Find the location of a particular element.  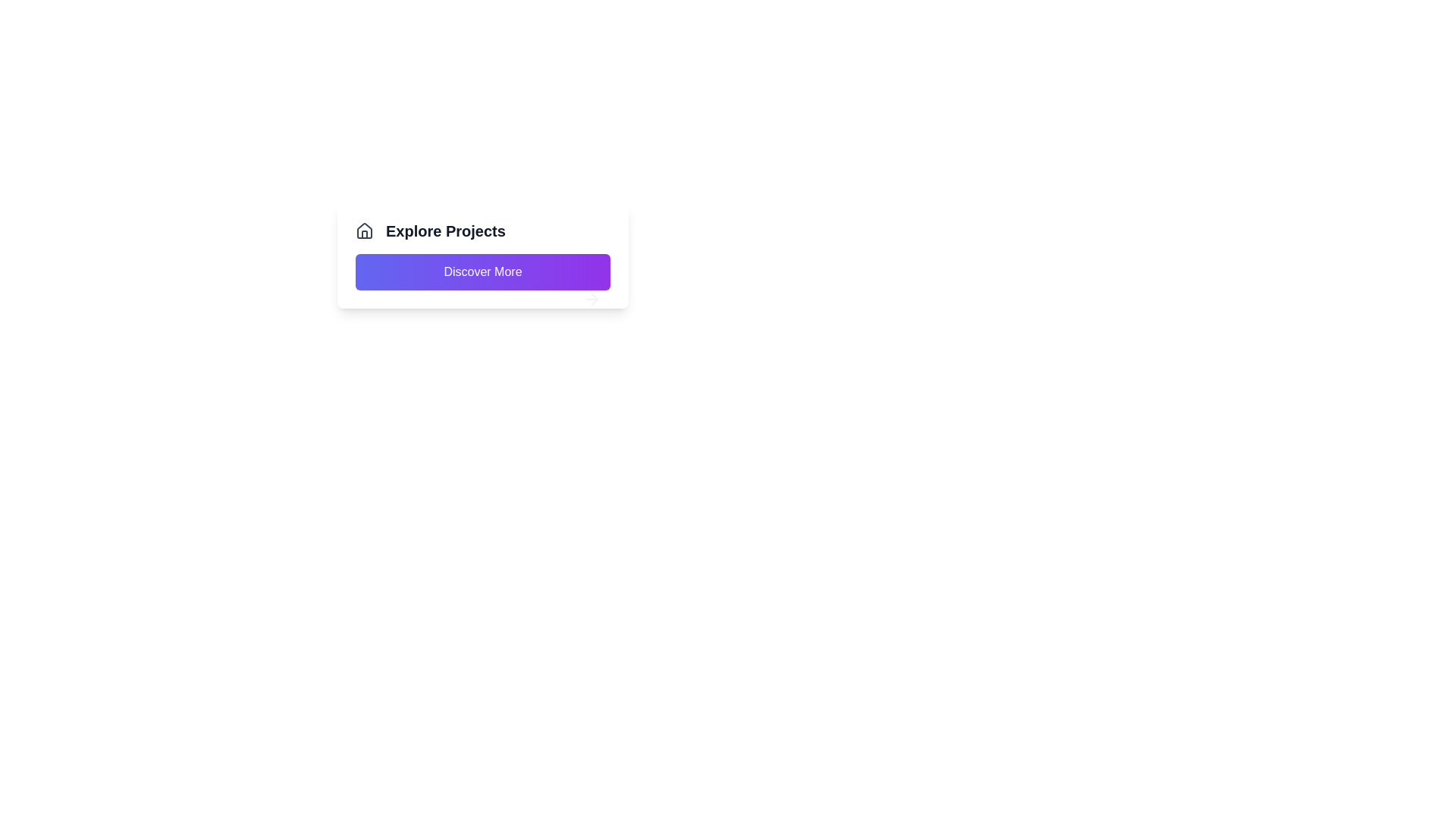

the gray house-shaped icon located to the left of the 'Explore Projects' text label is located at coordinates (364, 231).